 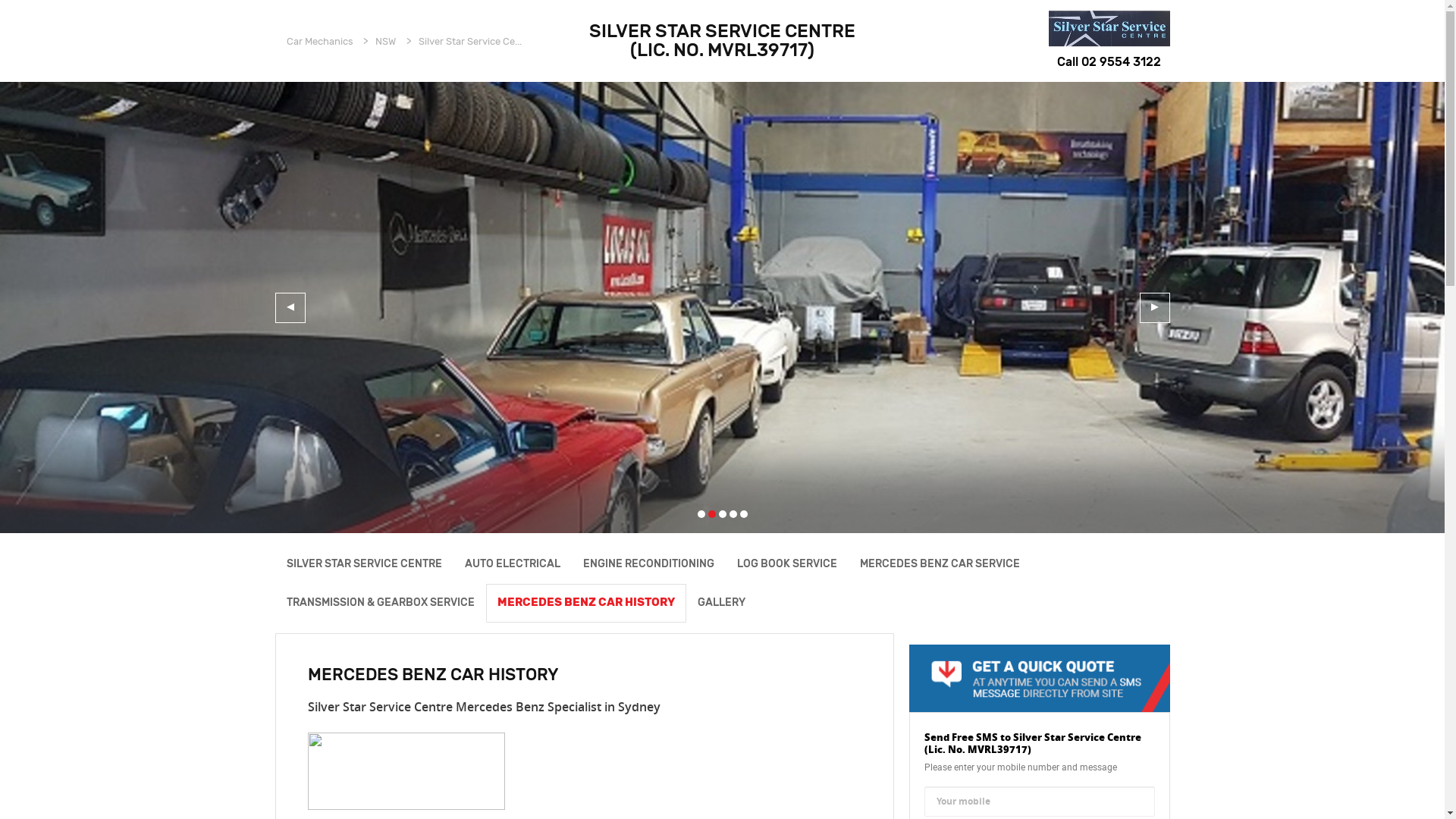 I want to click on 'SILVER STAR SERVICE CENTRE', so click(x=362, y=564).